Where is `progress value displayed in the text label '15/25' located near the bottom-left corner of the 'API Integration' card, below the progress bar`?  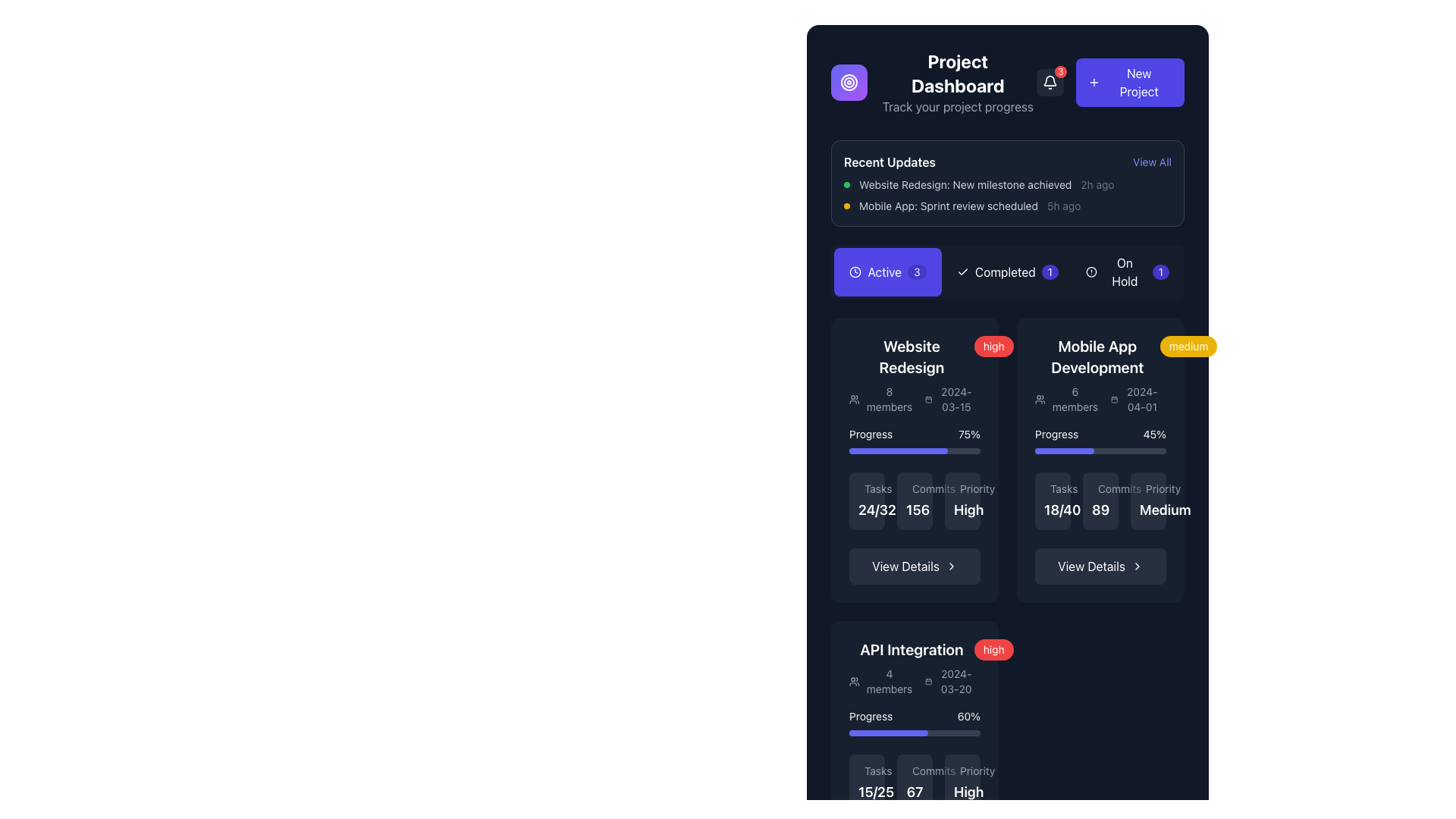 progress value displayed in the text label '15/25' located near the bottom-left corner of the 'API Integration' card, below the progress bar is located at coordinates (867, 783).